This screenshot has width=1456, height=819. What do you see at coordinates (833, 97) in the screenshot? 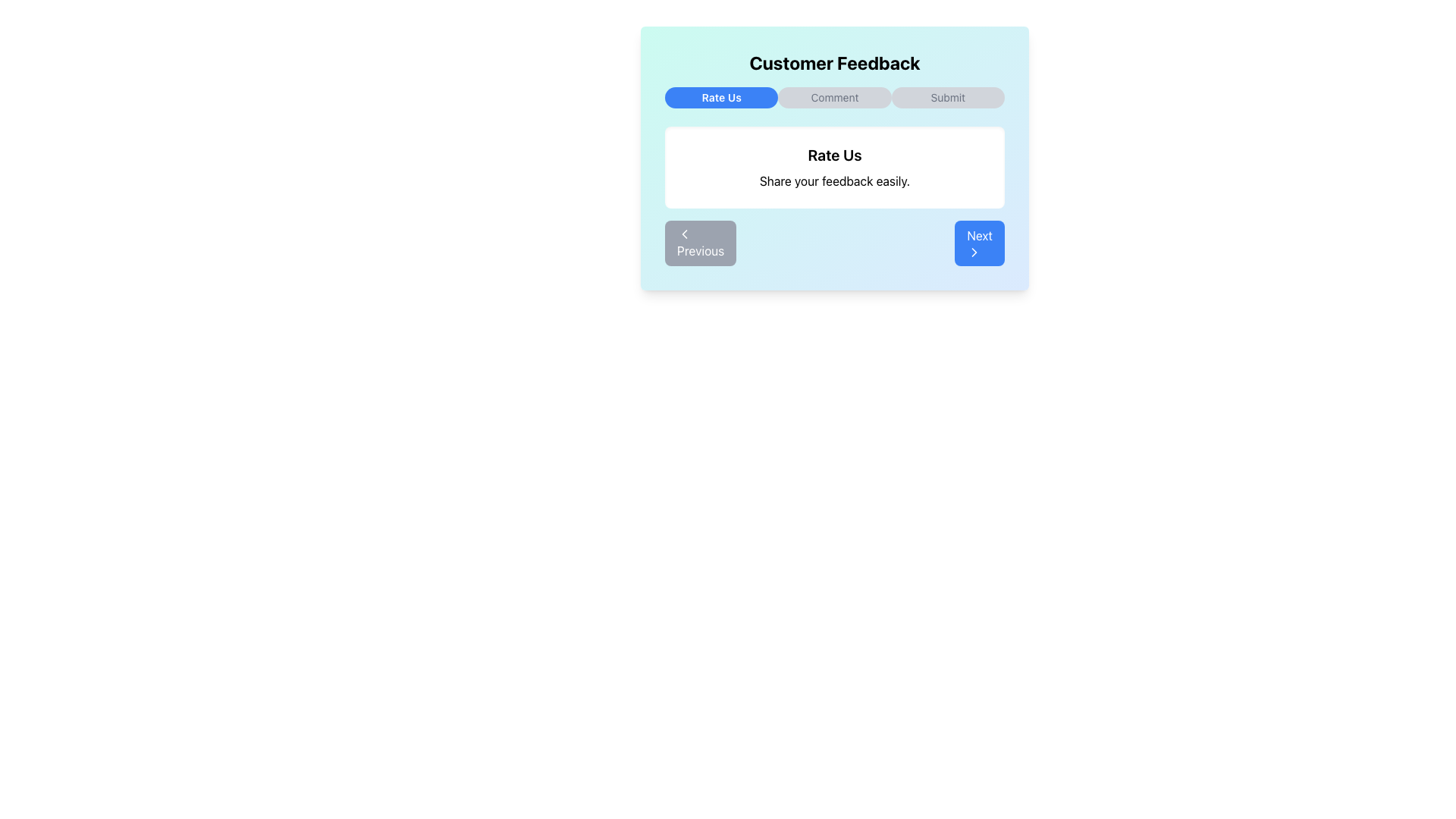
I see `the 'Comment' button, which is a rounded button with a light gray background and gray text, positioned between the 'Rate Us' and 'Submit' buttons in the top horizontal row` at bounding box center [833, 97].